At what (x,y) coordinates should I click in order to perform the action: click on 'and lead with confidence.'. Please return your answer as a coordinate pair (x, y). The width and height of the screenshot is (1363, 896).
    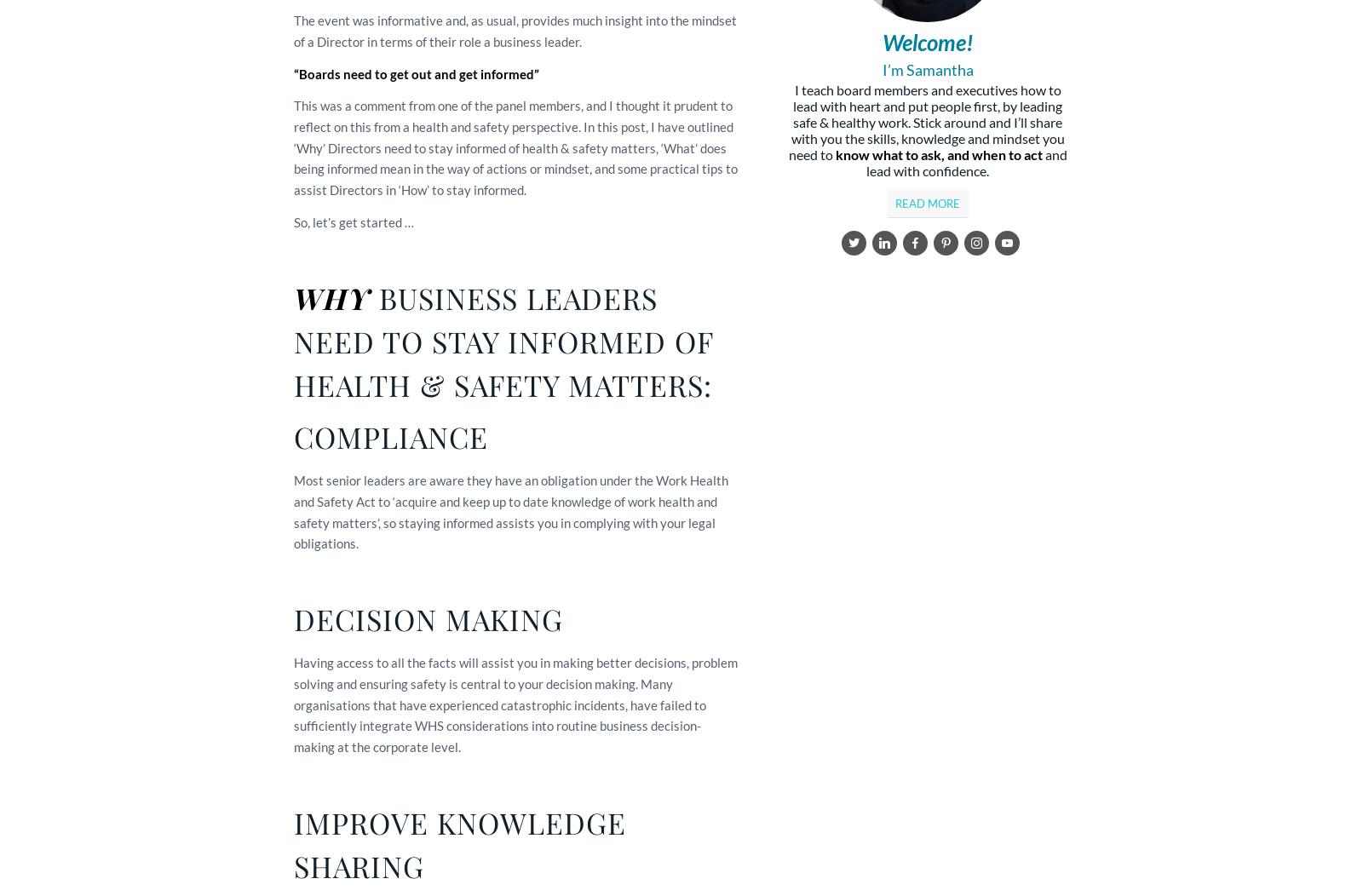
    Looking at the image, I should click on (966, 163).